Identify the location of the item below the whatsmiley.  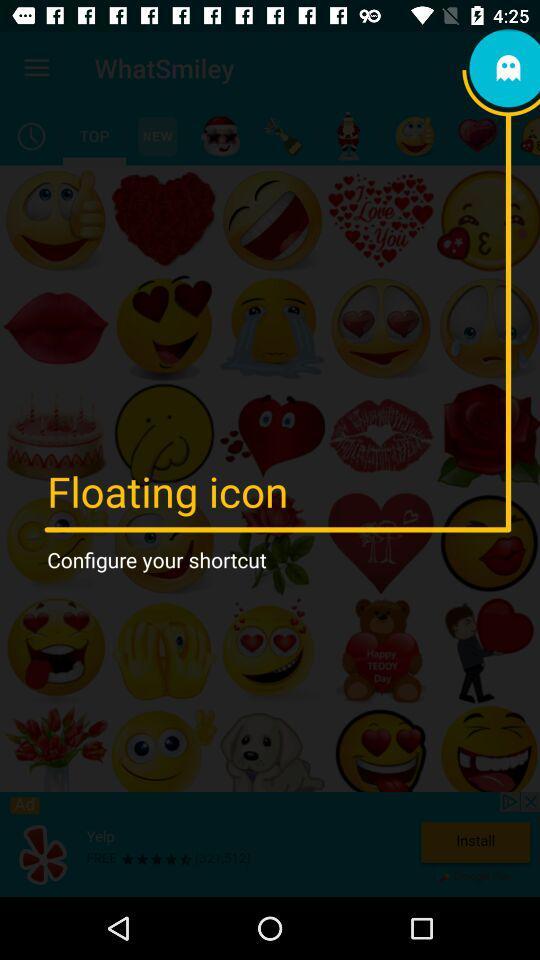
(219, 135).